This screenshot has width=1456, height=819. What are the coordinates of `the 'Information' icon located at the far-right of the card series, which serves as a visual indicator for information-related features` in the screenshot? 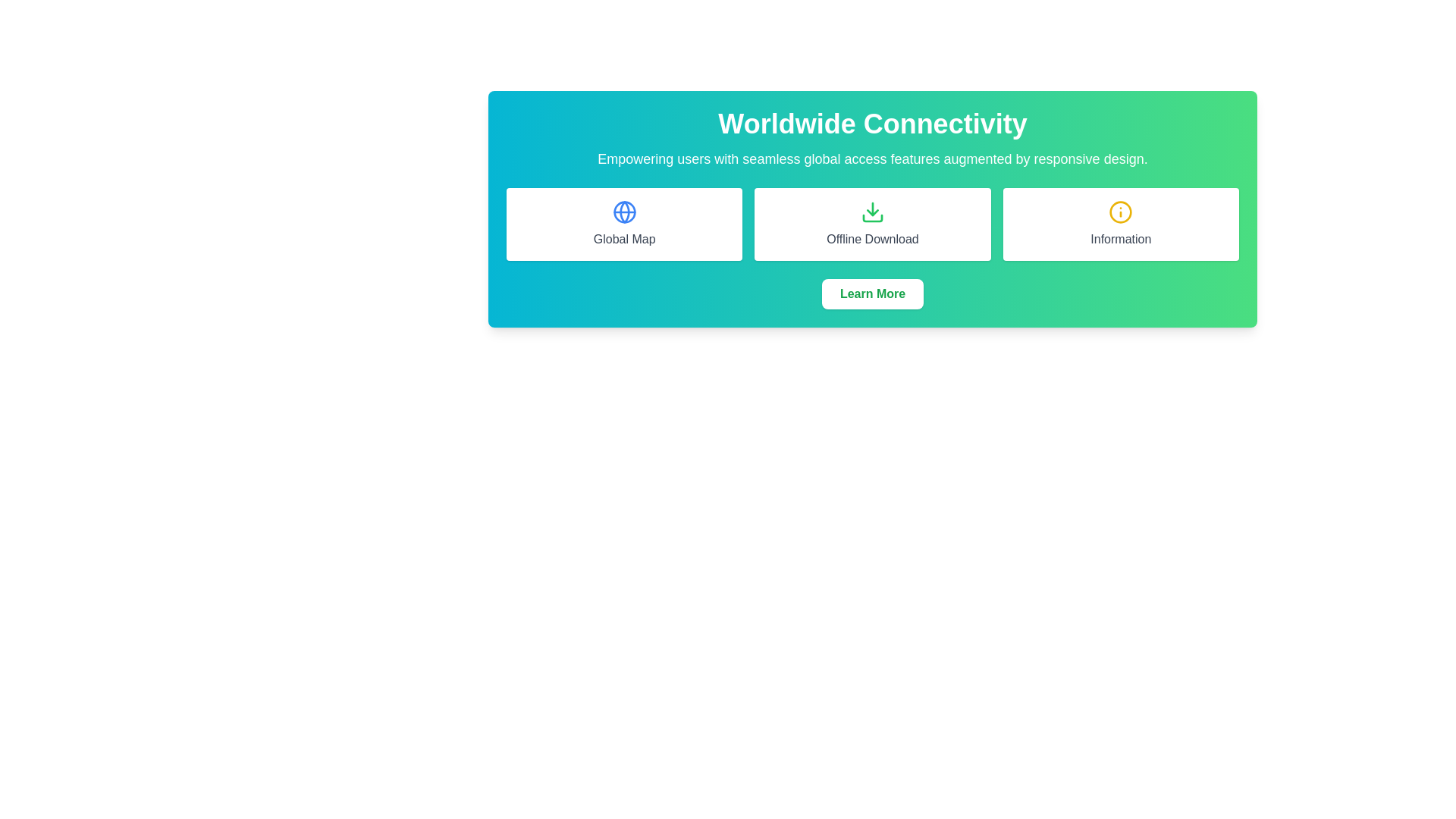 It's located at (1121, 212).